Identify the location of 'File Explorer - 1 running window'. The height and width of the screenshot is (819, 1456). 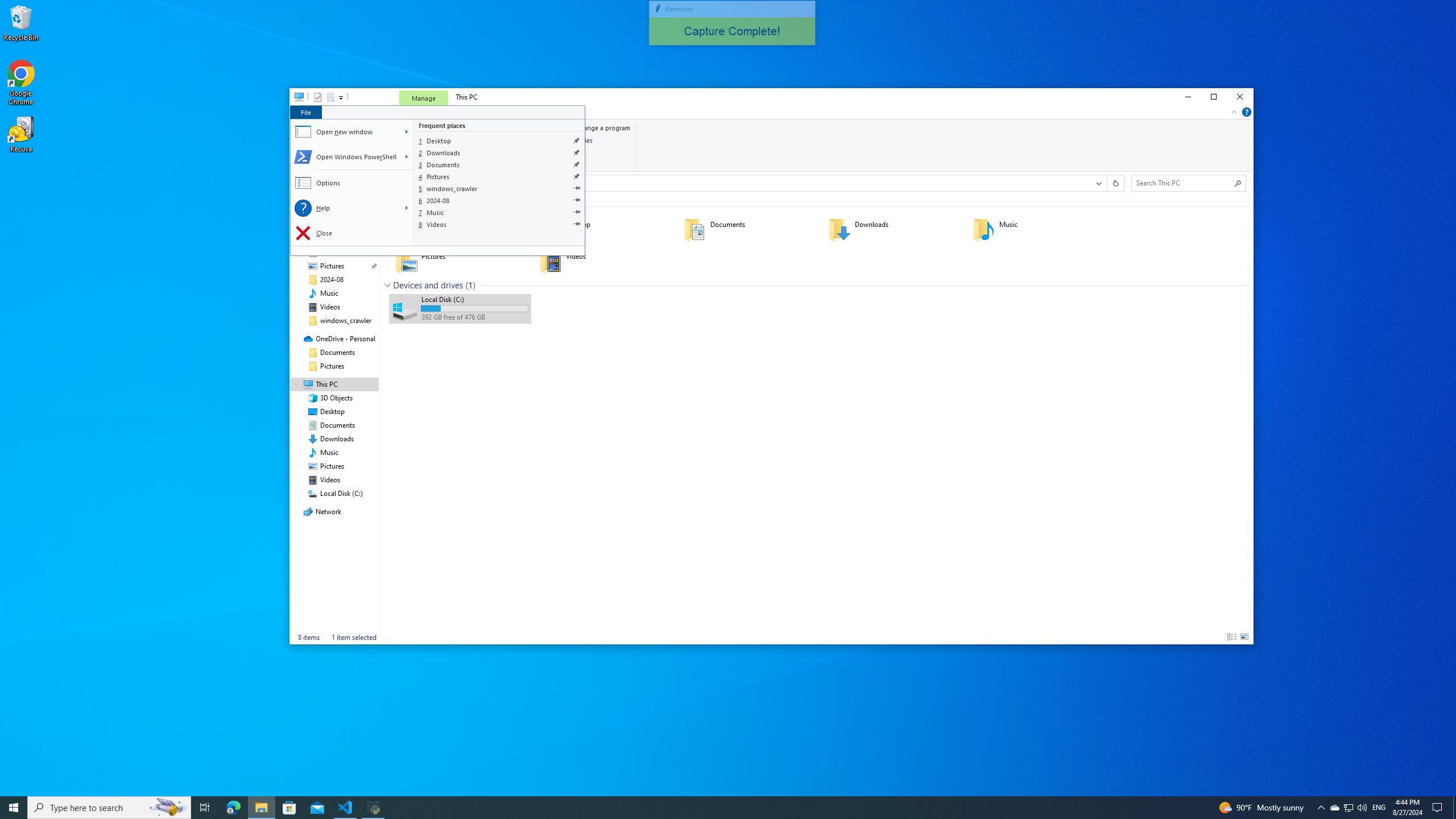
(260, 806).